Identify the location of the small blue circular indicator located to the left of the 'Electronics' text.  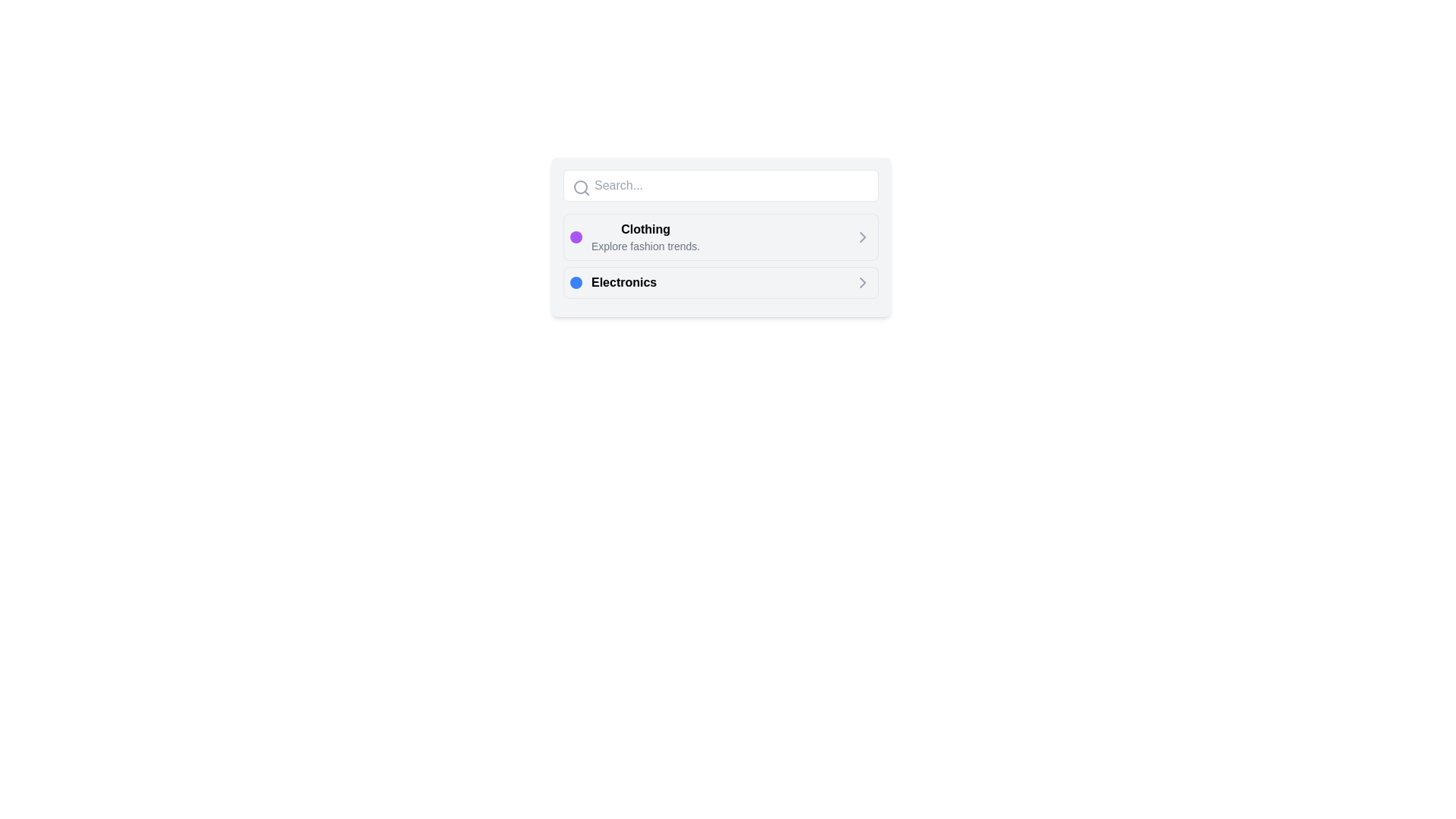
(575, 283).